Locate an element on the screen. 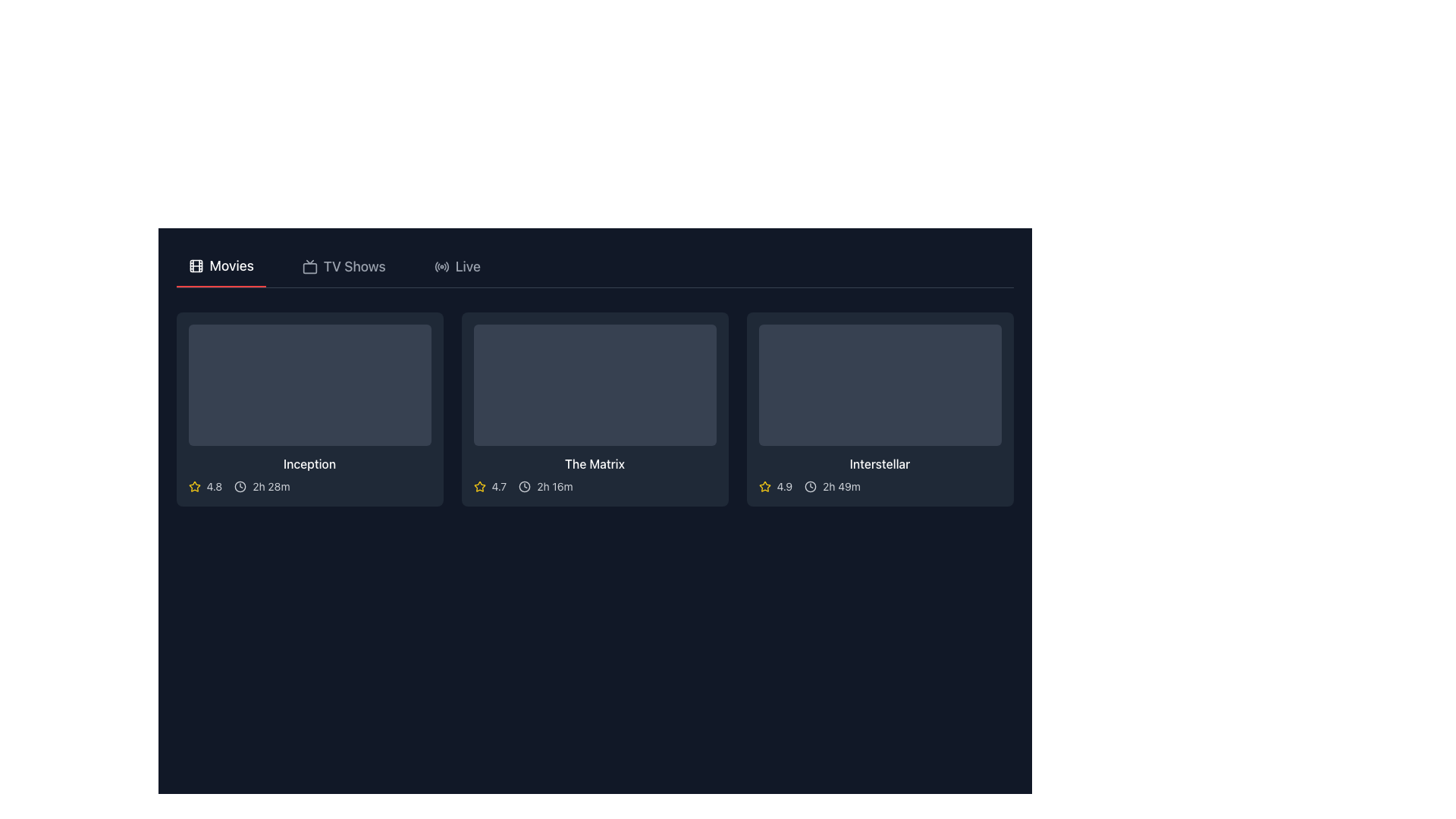  the navigation menu button that displays movie-related content, marking it as the active navigation choice is located at coordinates (220, 265).